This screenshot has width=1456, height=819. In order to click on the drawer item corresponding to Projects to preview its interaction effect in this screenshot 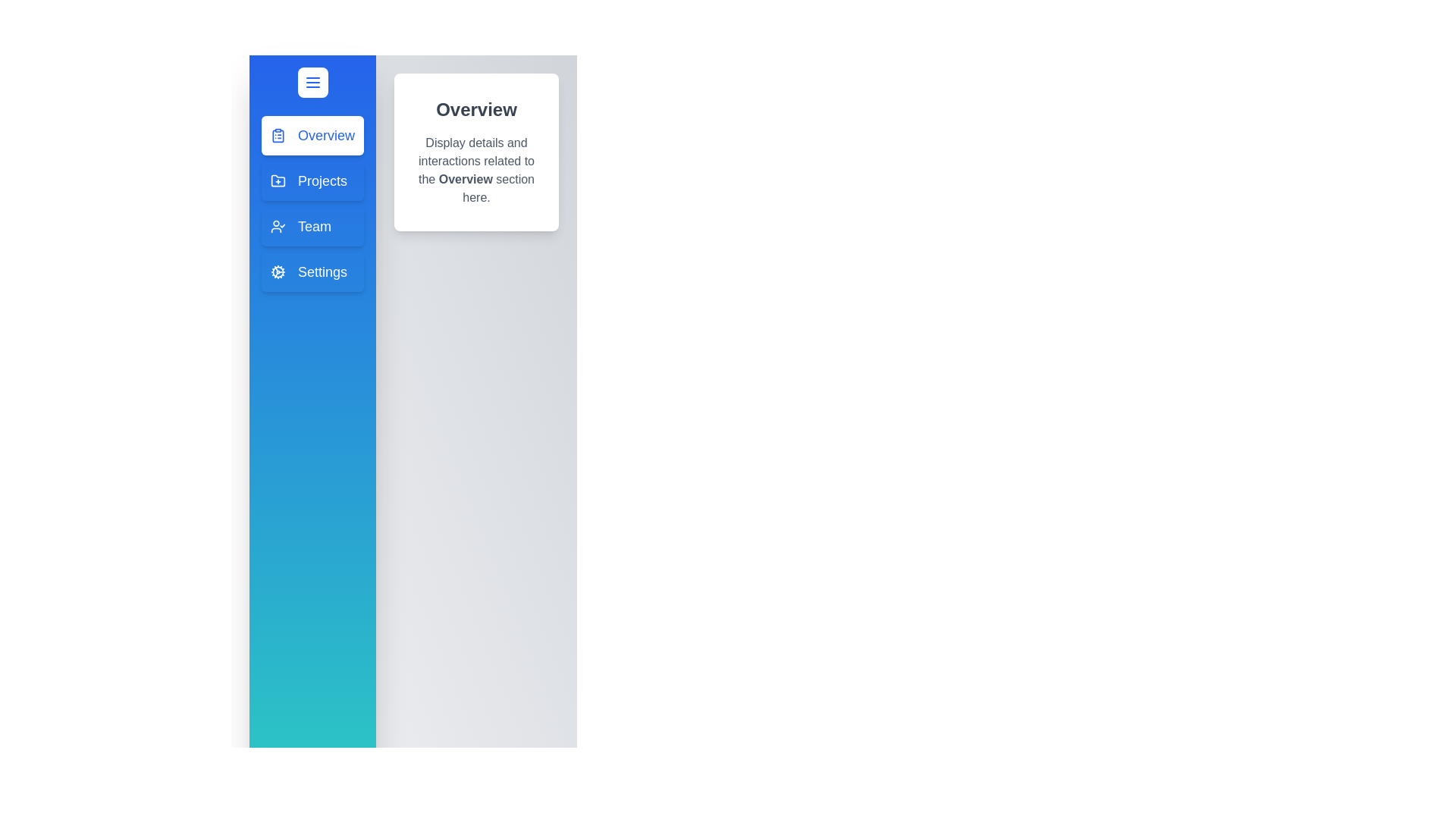, I will do `click(312, 180)`.